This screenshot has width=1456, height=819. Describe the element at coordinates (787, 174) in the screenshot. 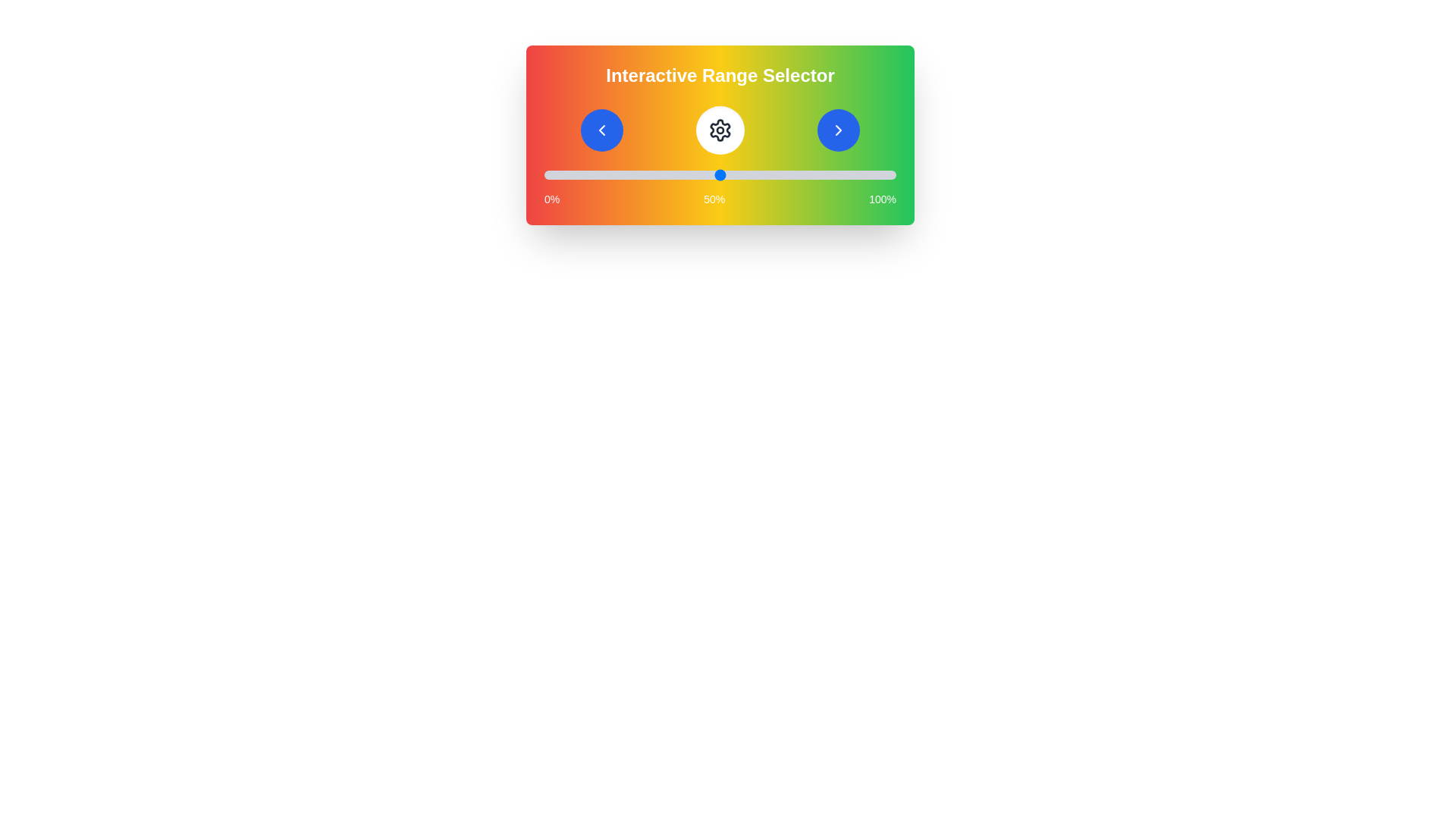

I see `the slider to set the value to 69%` at that location.